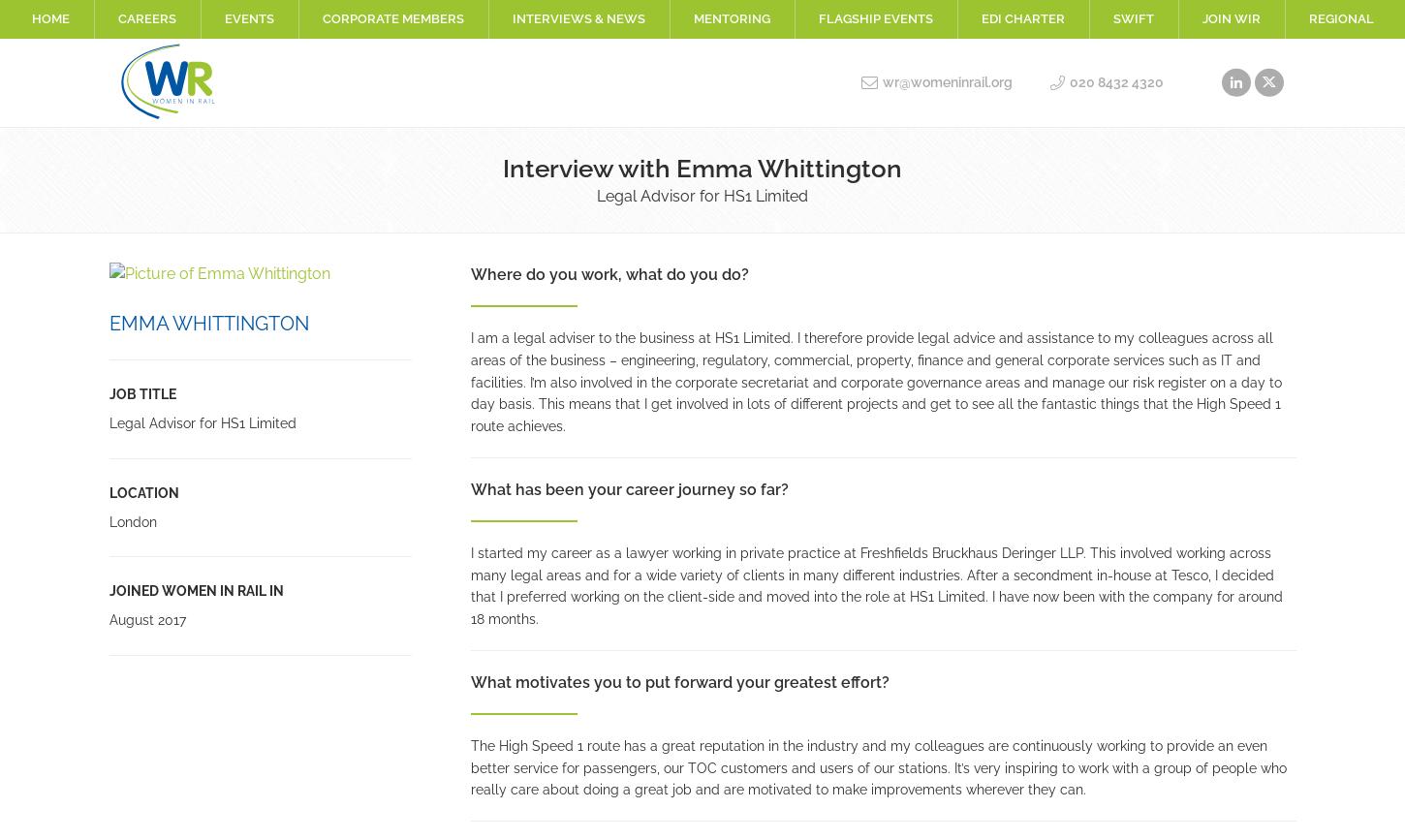 The image size is (1405, 840). What do you see at coordinates (145, 619) in the screenshot?
I see `'August 2017'` at bounding box center [145, 619].